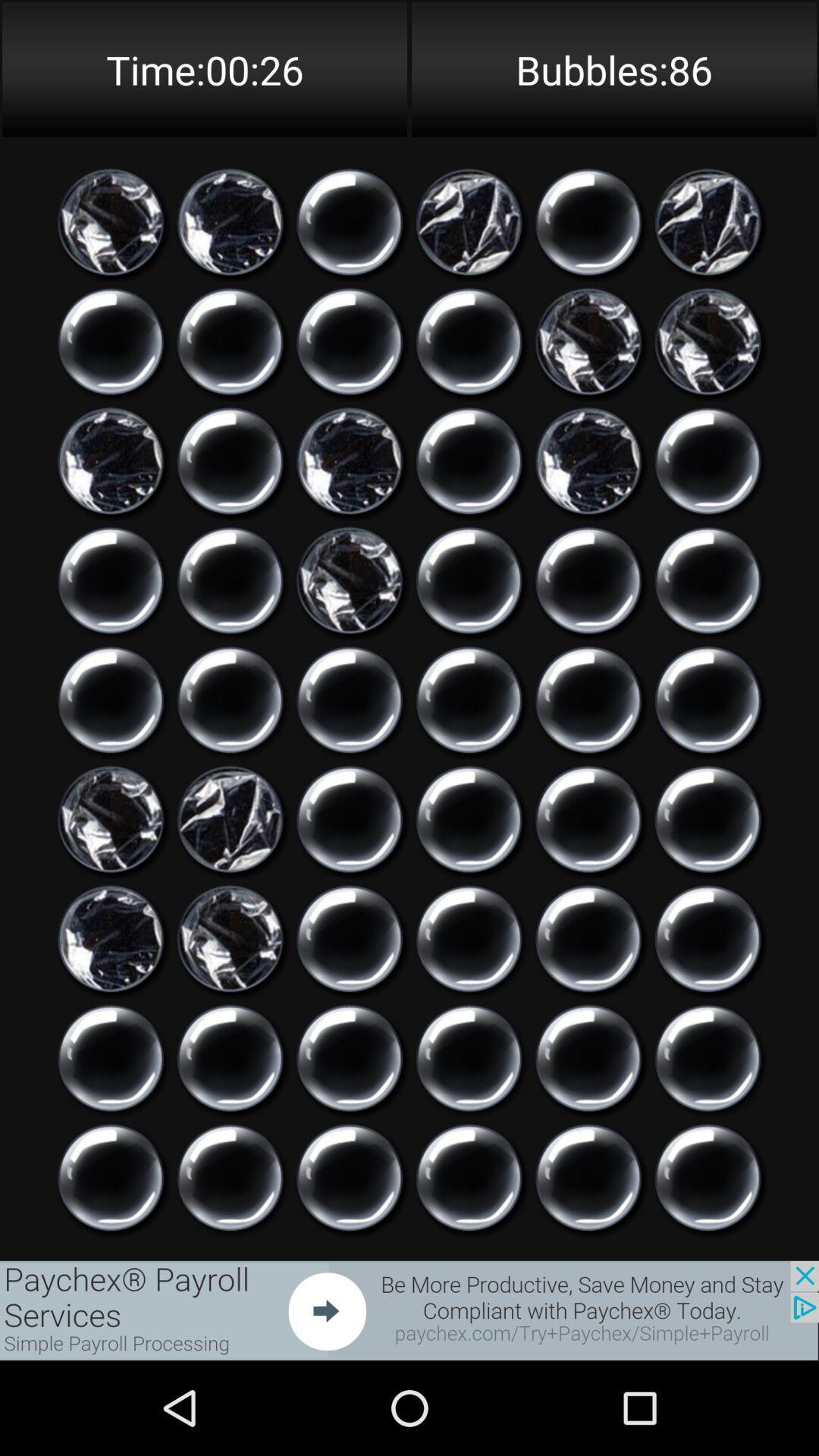 This screenshot has width=819, height=1456. What do you see at coordinates (708, 749) in the screenshot?
I see `the refresh icon` at bounding box center [708, 749].